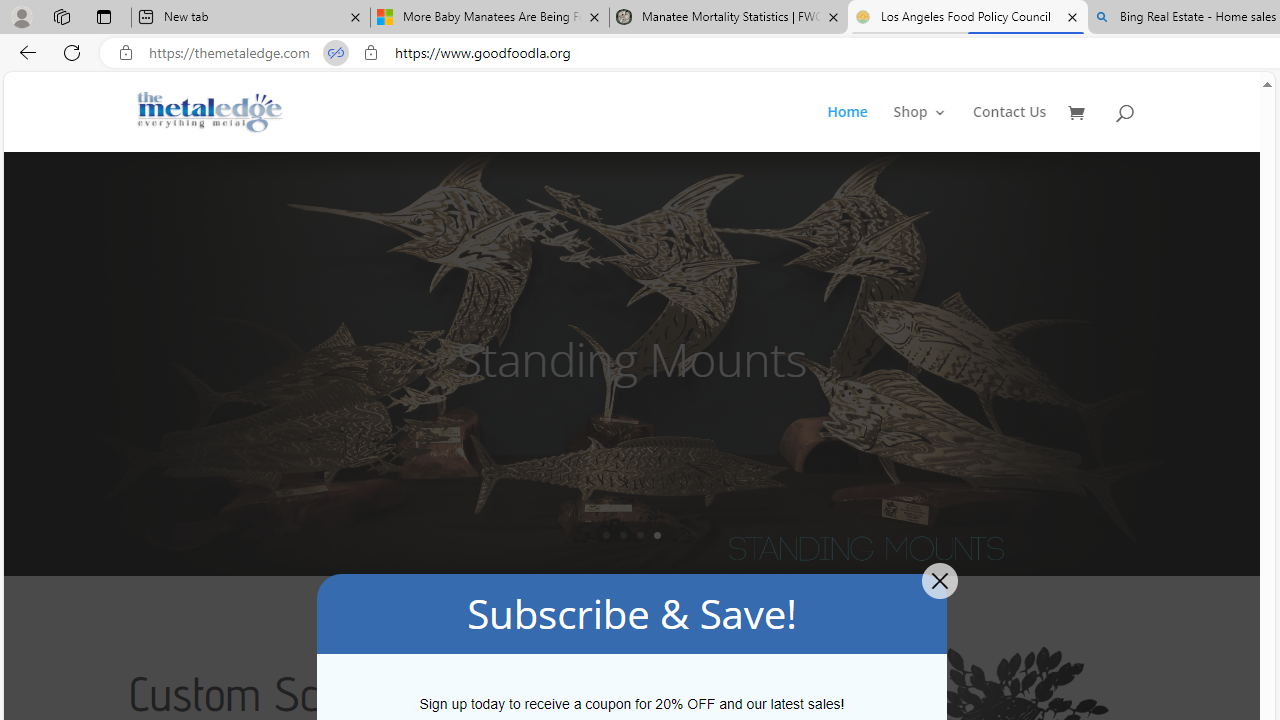 The image size is (1280, 720). Describe the element at coordinates (605, 534) in the screenshot. I see `'1'` at that location.